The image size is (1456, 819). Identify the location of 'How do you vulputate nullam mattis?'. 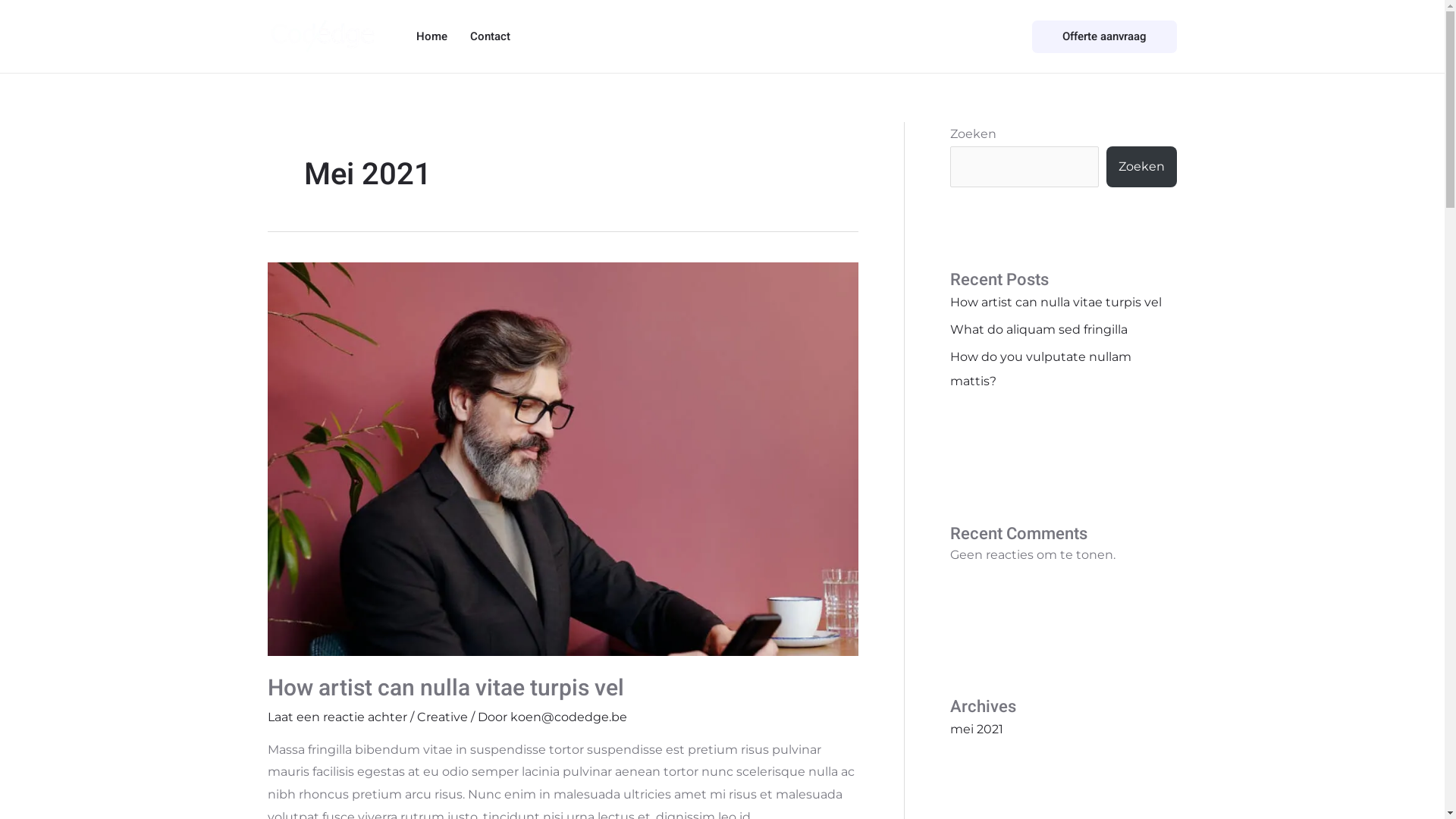
(1039, 369).